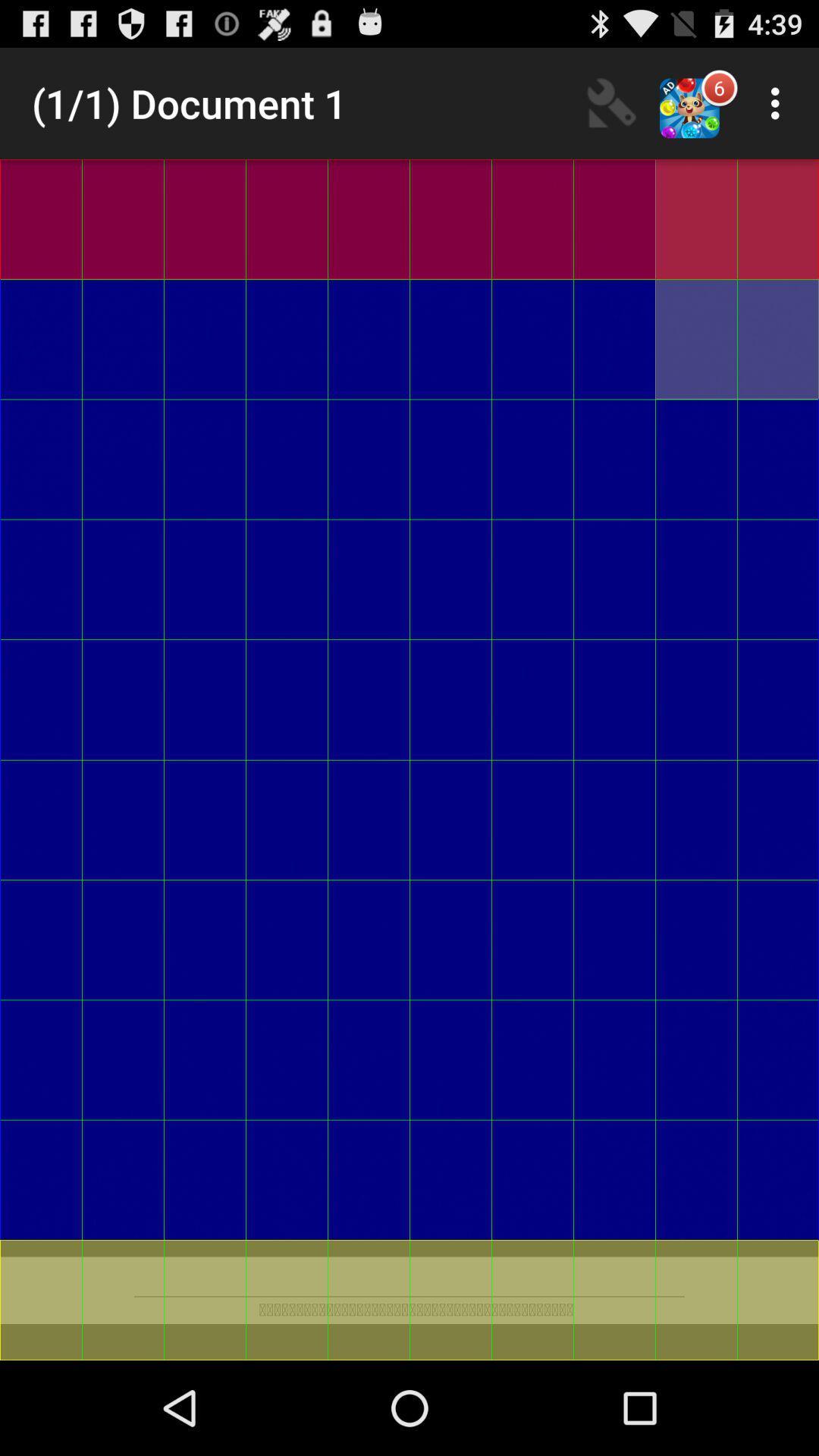 This screenshot has width=819, height=1456. I want to click on the icon next to 1 1 document app, so click(610, 102).